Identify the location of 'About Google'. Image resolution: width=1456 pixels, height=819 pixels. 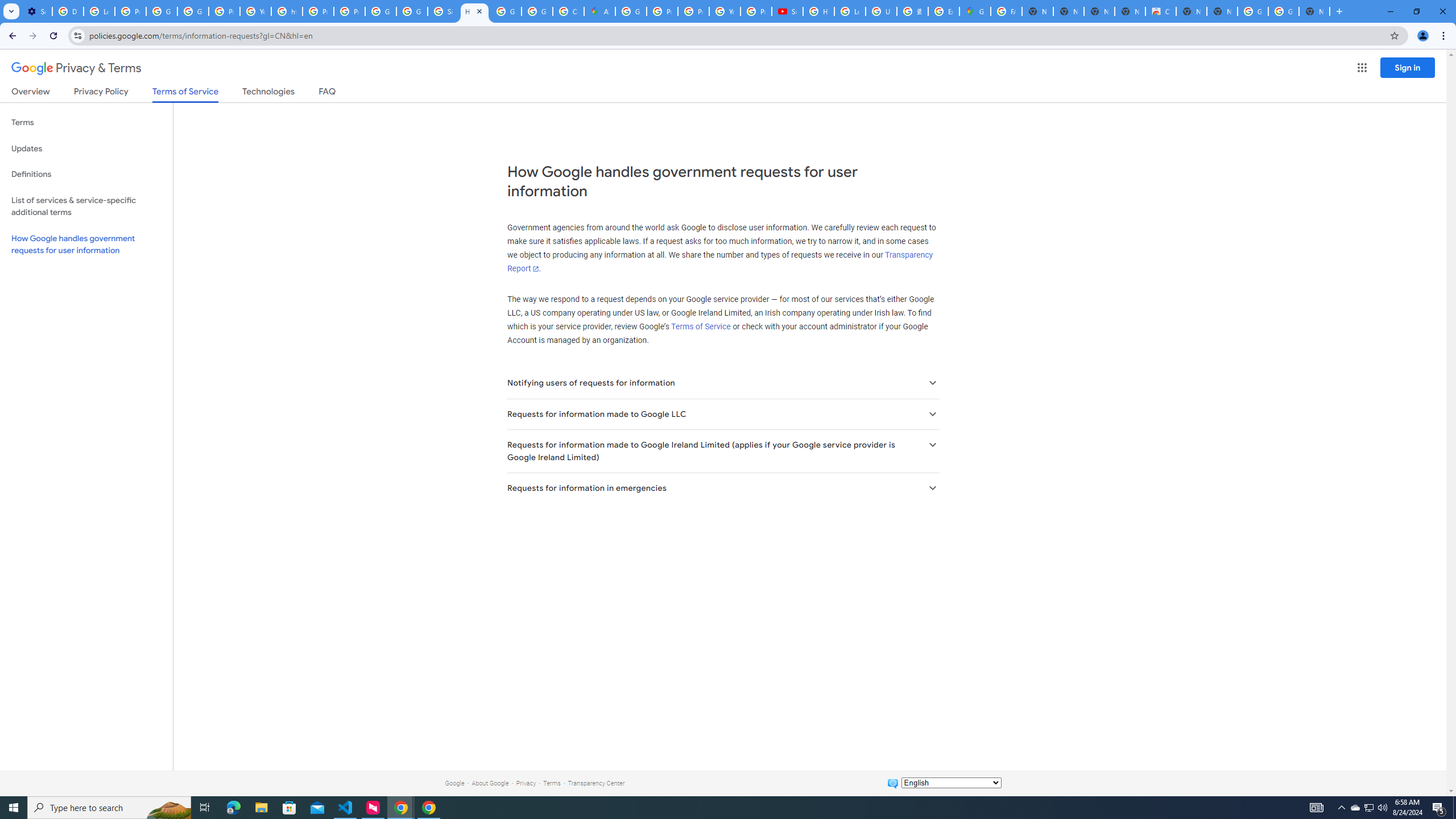
(490, 783).